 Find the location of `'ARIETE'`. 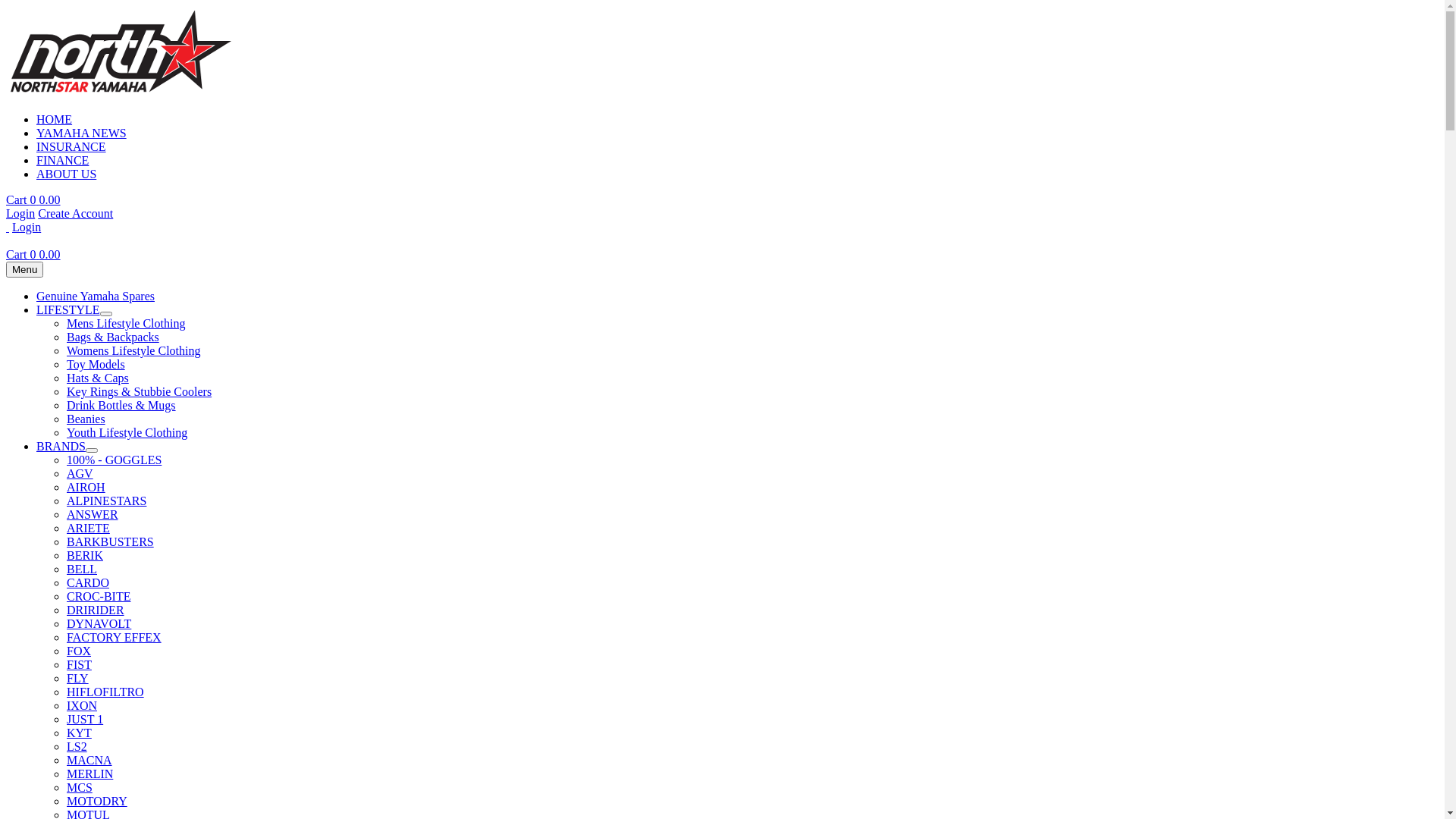

'ARIETE' is located at coordinates (87, 527).